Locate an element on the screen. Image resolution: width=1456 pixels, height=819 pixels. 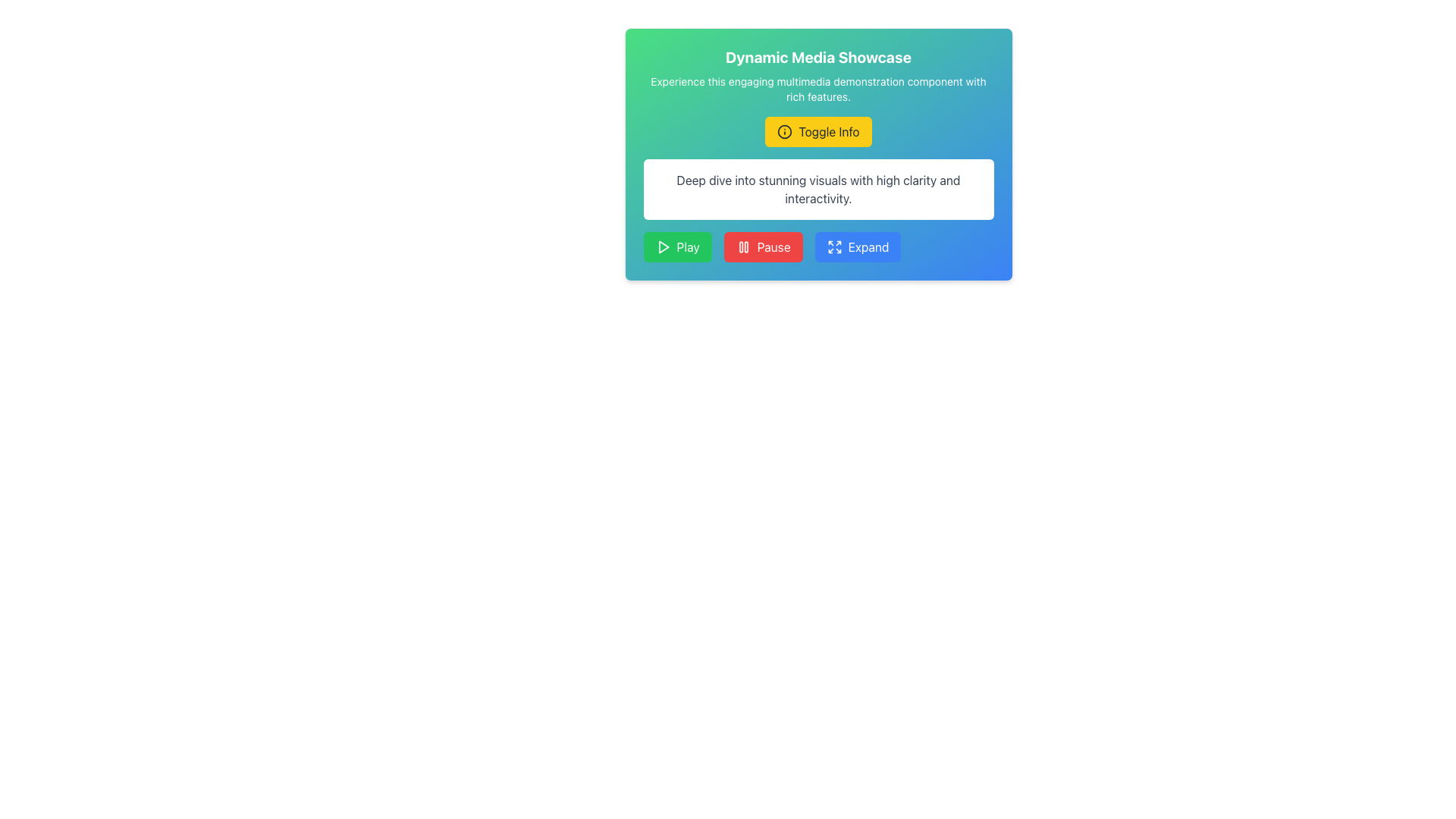
the circular Decorative SVG component located at the center of the 'Toggle Info' button is located at coordinates (785, 130).